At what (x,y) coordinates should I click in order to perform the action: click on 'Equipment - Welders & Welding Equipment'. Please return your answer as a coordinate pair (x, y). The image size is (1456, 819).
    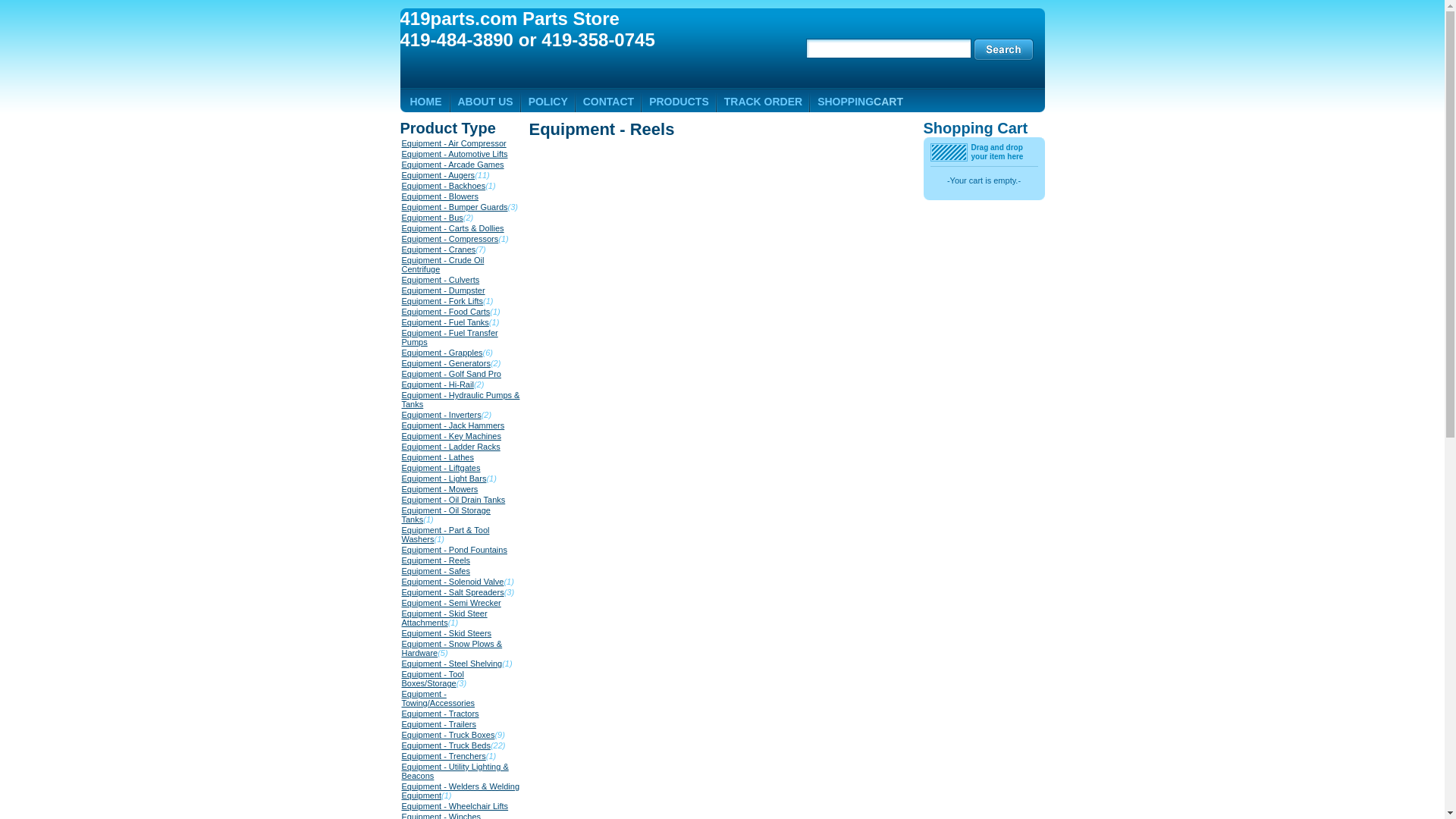
    Looking at the image, I should click on (401, 789).